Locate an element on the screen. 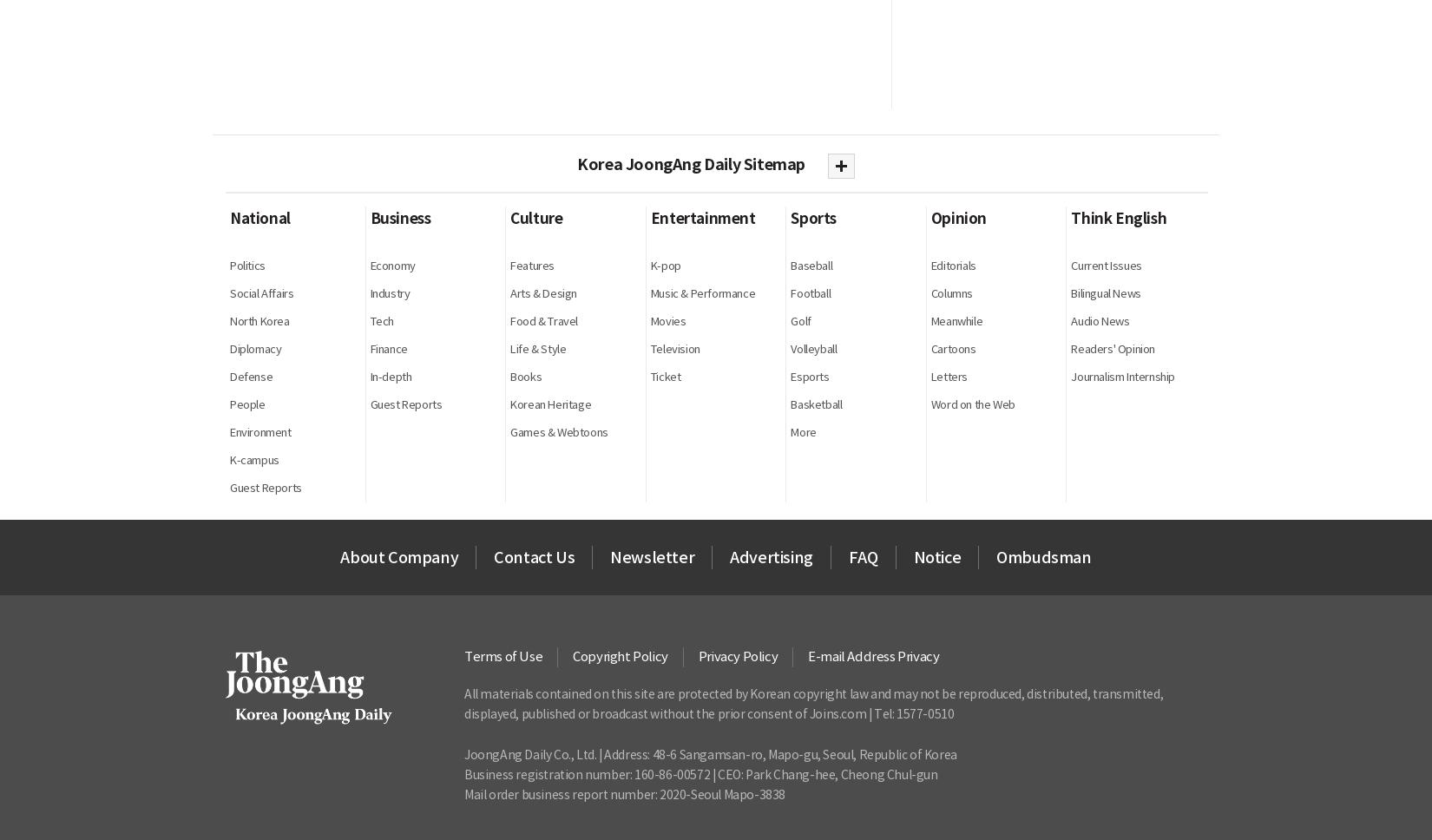 Image resolution: width=1432 pixels, height=840 pixels. 'Sports' is located at coordinates (813, 218).